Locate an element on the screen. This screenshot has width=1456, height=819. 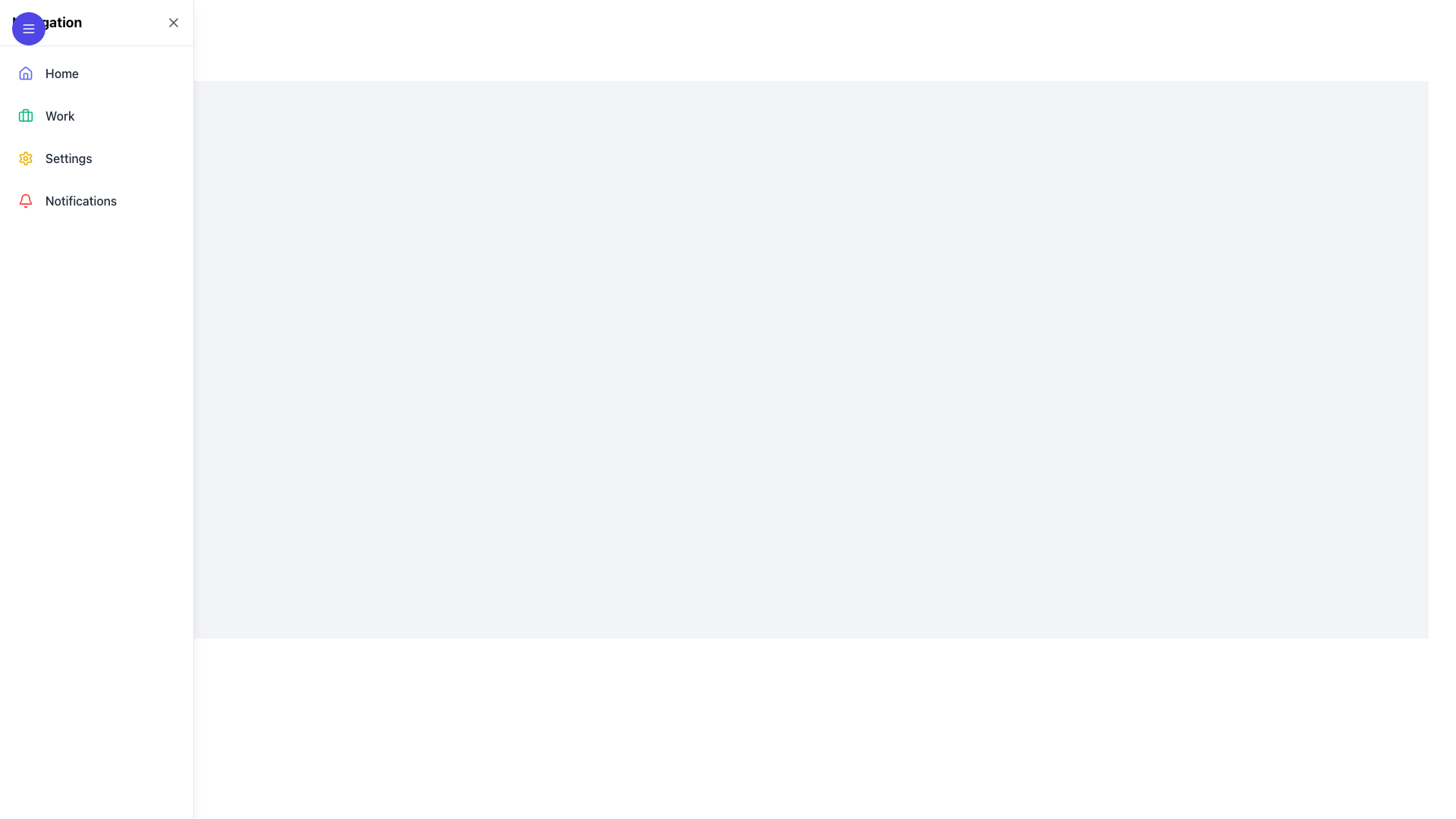
the SVG rectangle that represents the briefcase icon in the 'Work' option of the navigation menu, which is the second option from the top is located at coordinates (25, 115).